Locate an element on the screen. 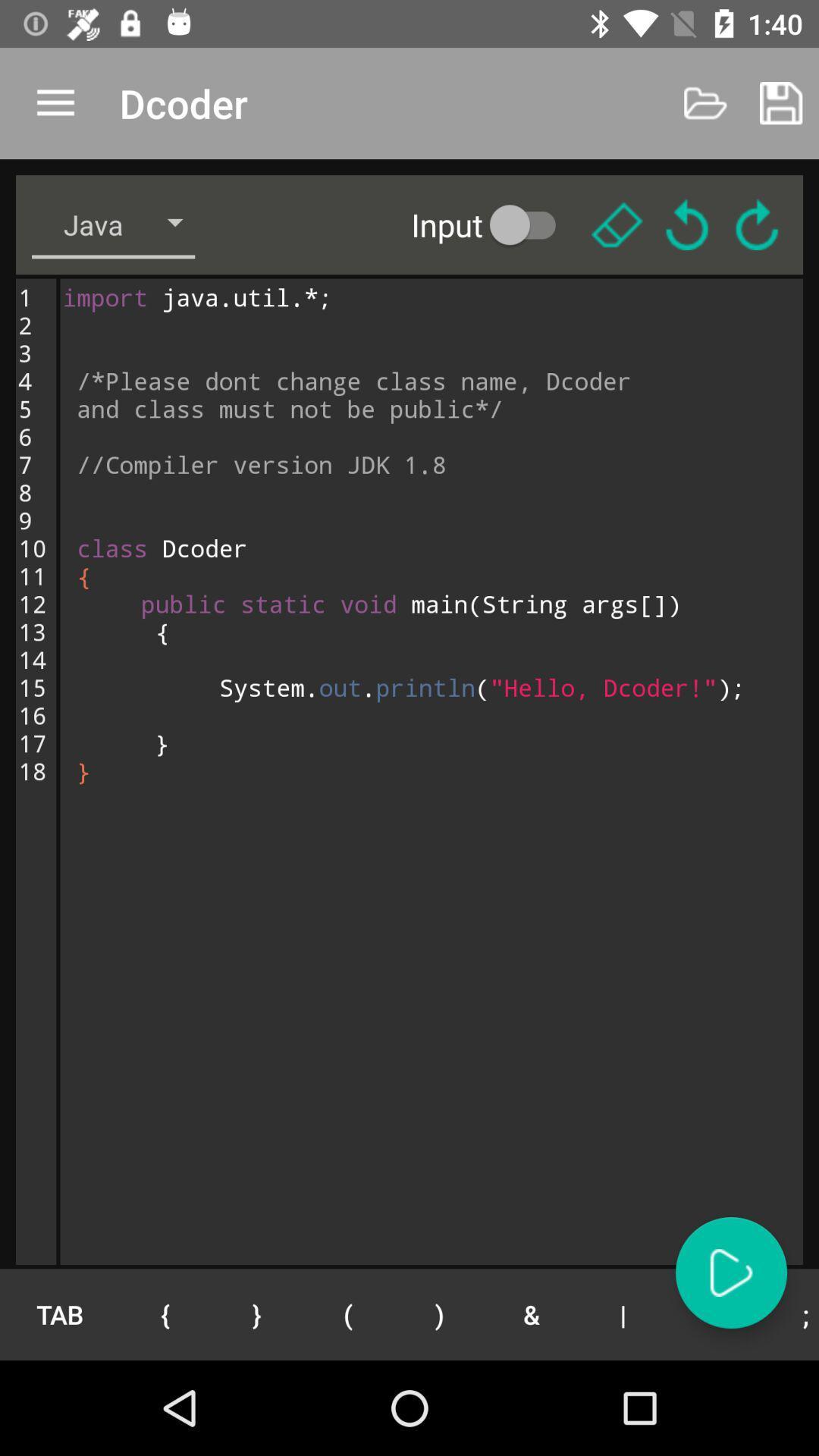  button above the tab button is located at coordinates (431, 771).